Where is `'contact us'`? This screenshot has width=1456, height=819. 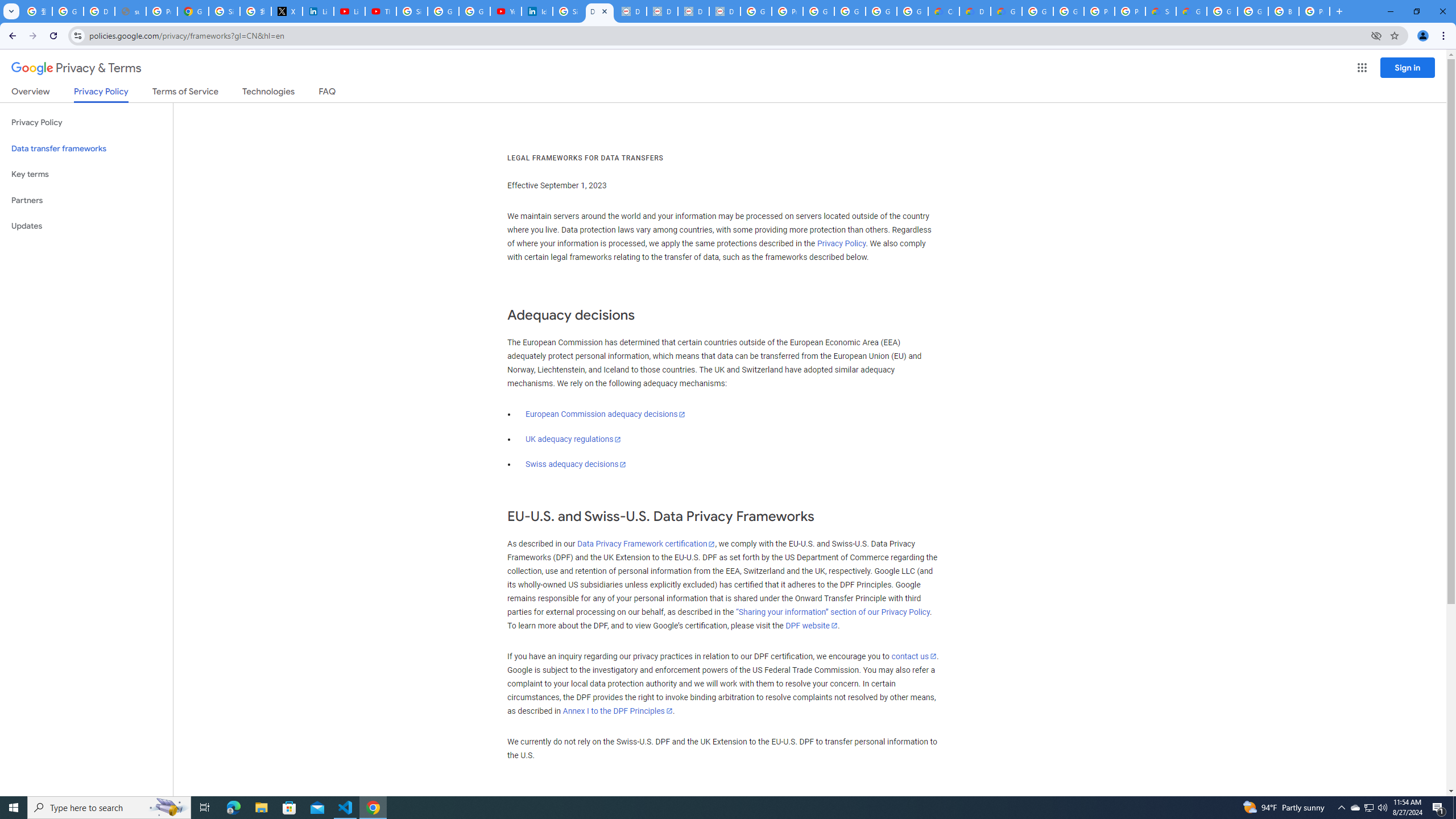
'contact us' is located at coordinates (913, 656).